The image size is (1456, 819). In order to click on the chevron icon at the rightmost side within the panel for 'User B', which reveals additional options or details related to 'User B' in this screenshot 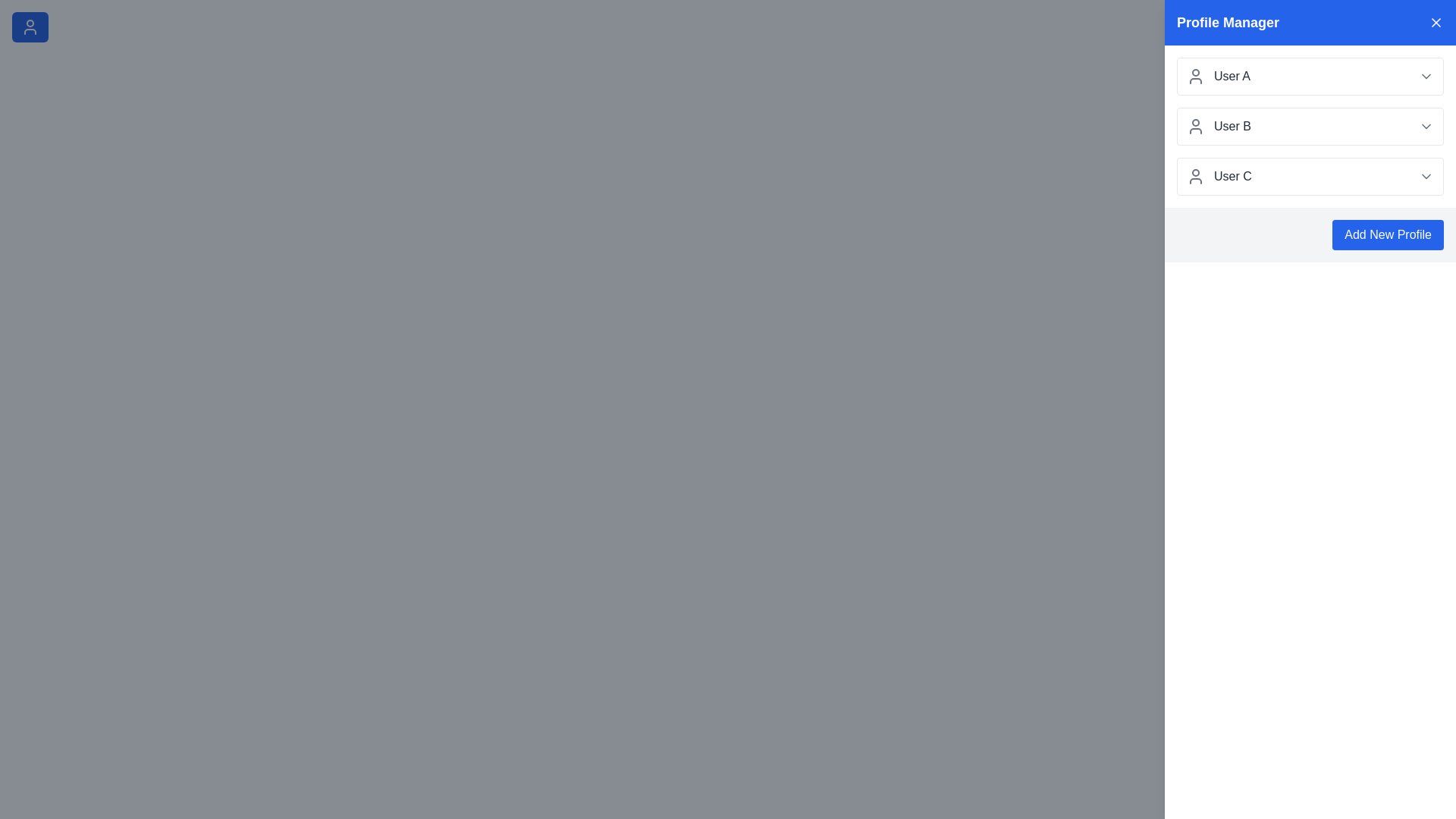, I will do `click(1426, 125)`.